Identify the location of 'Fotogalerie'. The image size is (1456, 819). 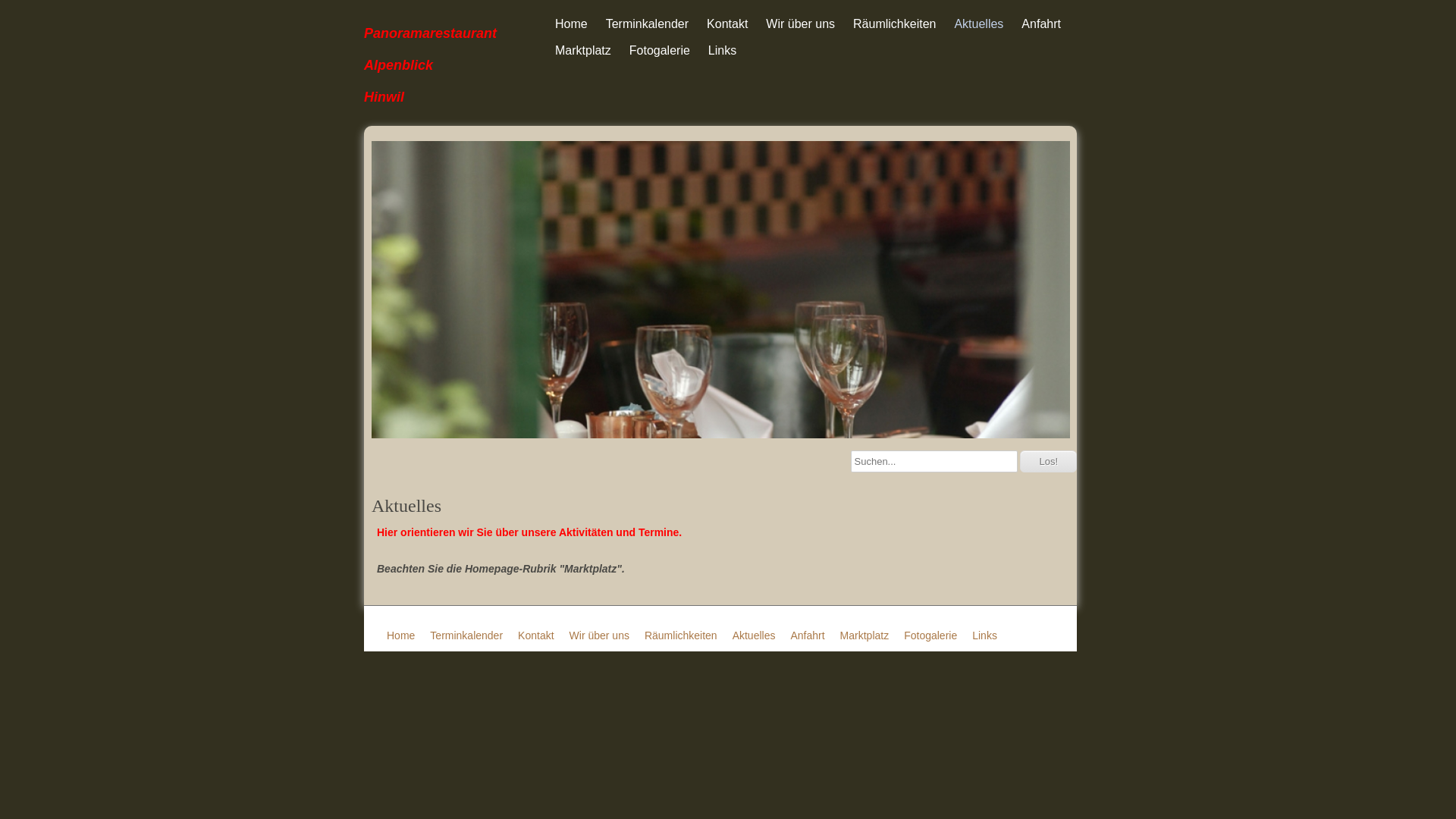
(930, 635).